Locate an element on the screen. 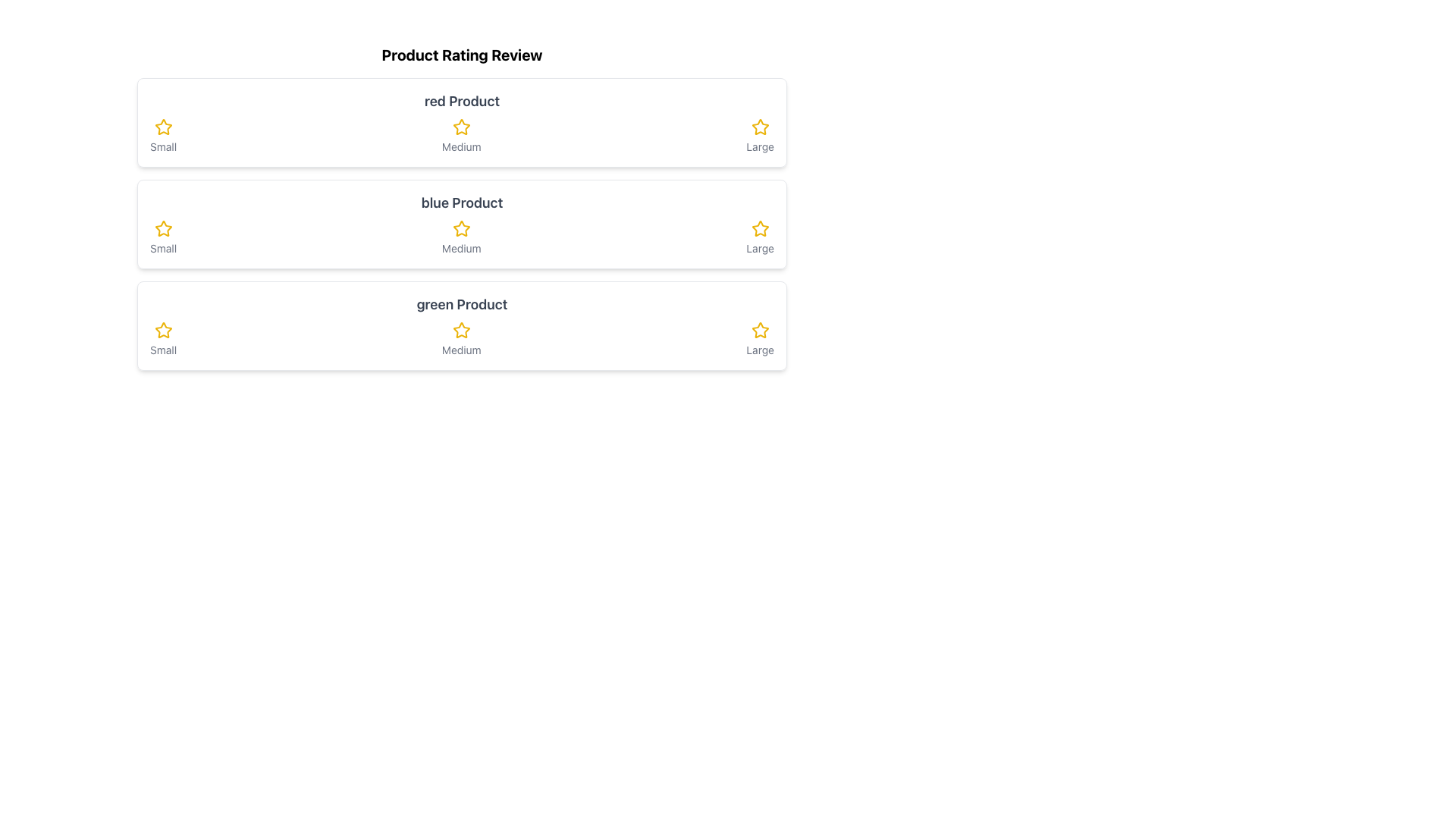 The image size is (1456, 819). the yellow star icon within the 'green Product' card to assign a rating is located at coordinates (461, 325).